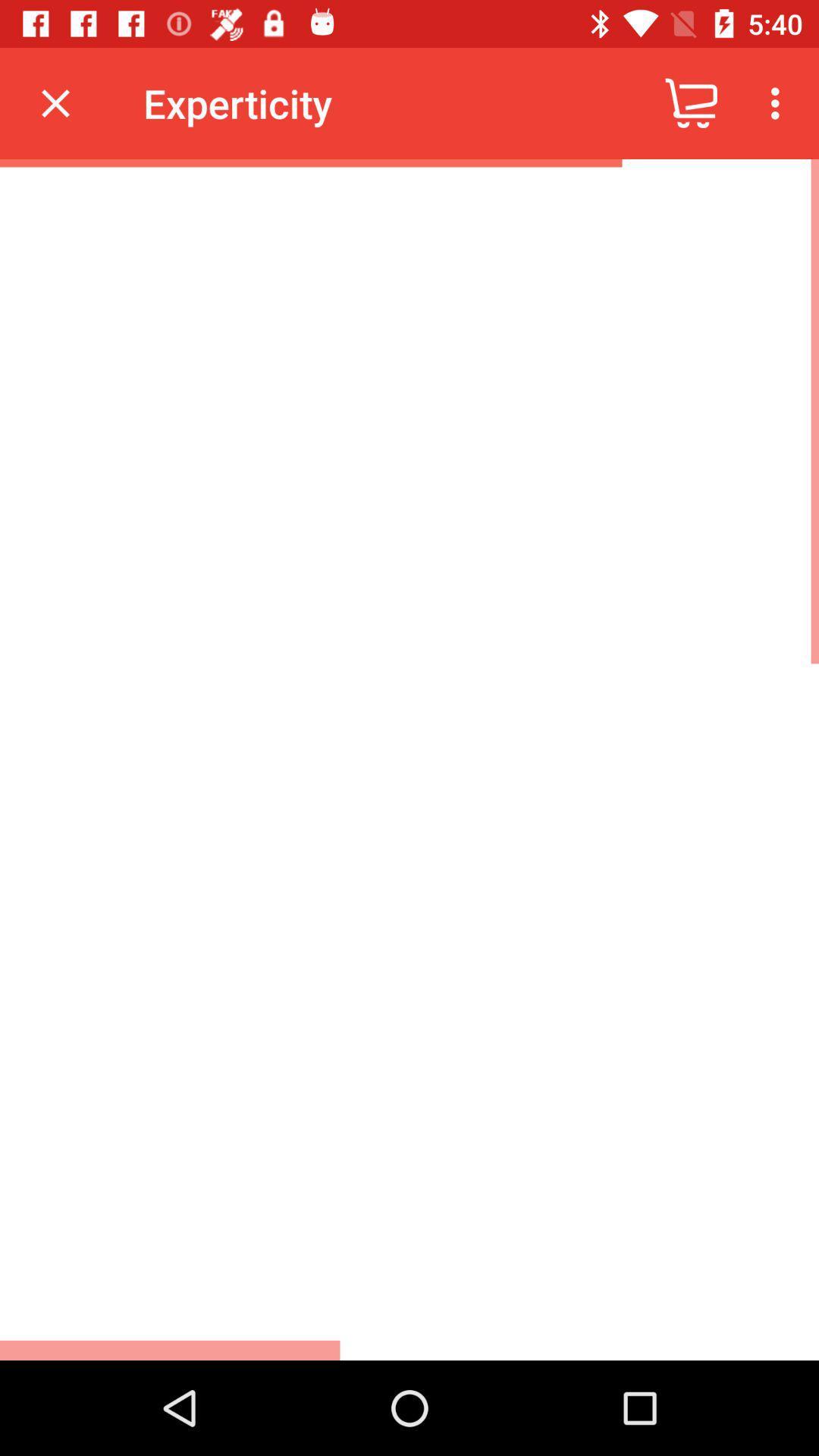 The height and width of the screenshot is (1456, 819). What do you see at coordinates (55, 102) in the screenshot?
I see `icon next to the experticity icon` at bounding box center [55, 102].